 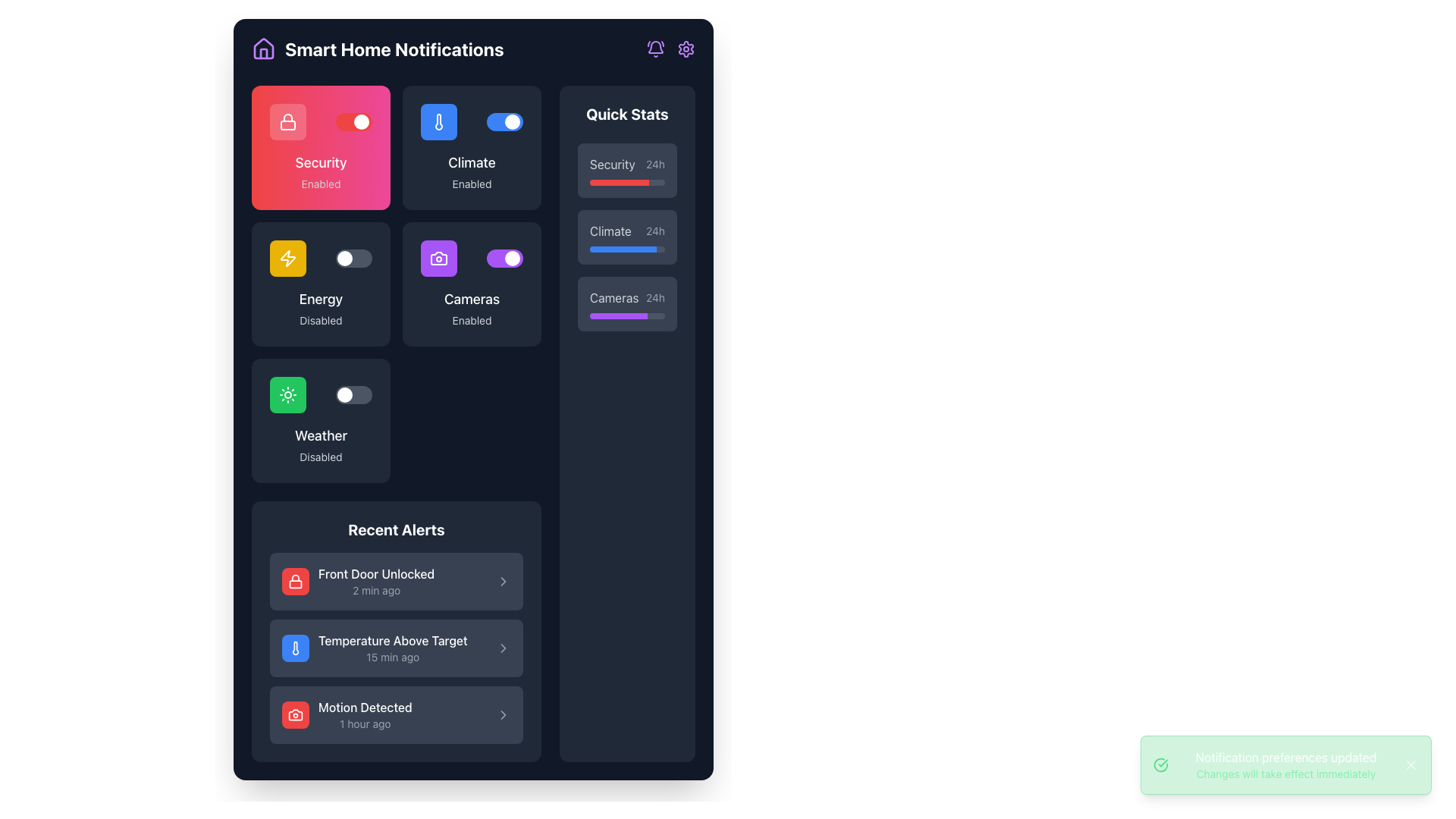 What do you see at coordinates (655, 298) in the screenshot?
I see `the Text label indicating the time range for the last 24 hours, located in the bottom-right section of the Quick Stats panel, adjacent to the text 'Cameras'` at bounding box center [655, 298].